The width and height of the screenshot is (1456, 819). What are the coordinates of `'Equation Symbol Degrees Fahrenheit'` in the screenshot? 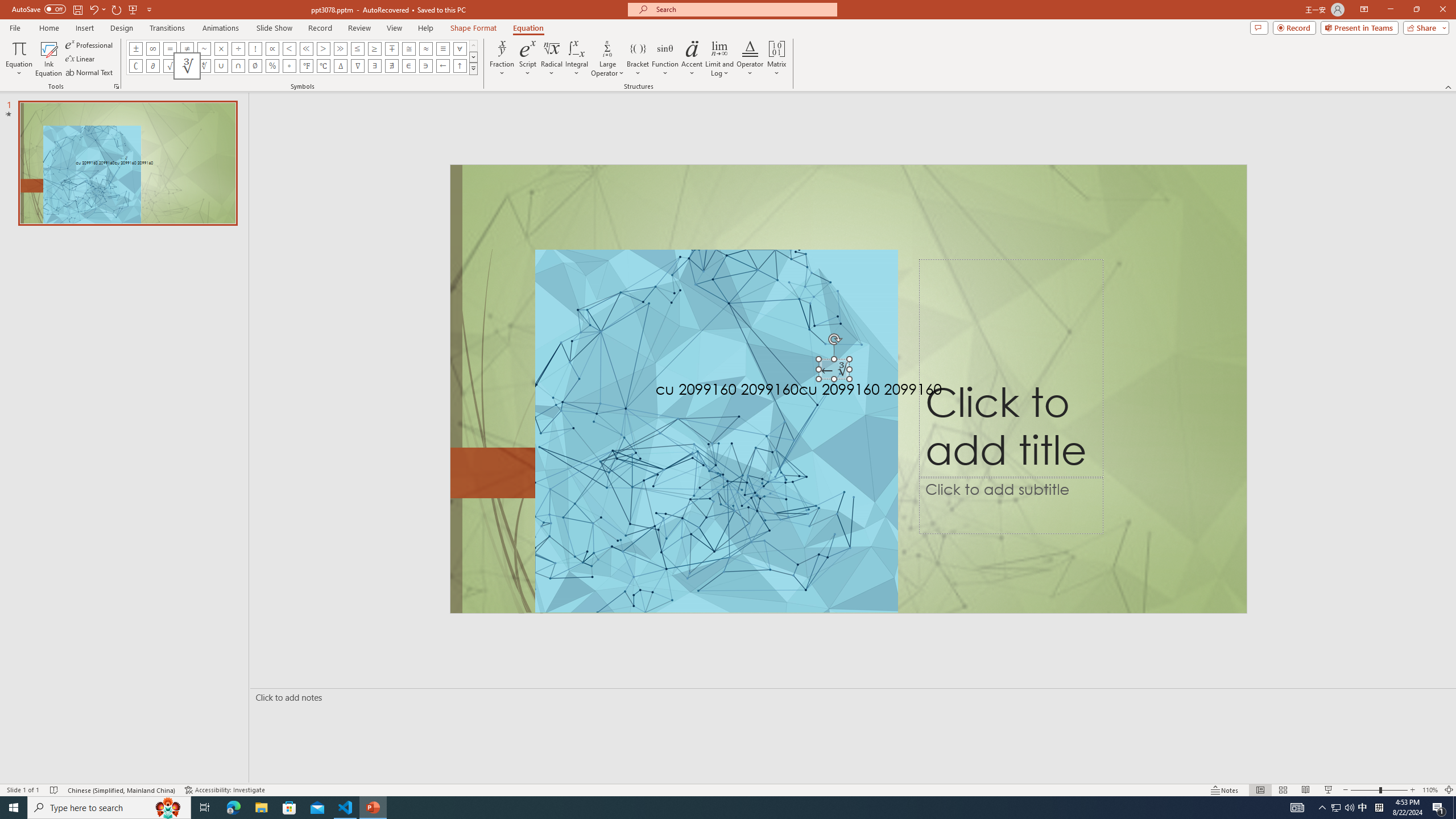 It's located at (306, 65).